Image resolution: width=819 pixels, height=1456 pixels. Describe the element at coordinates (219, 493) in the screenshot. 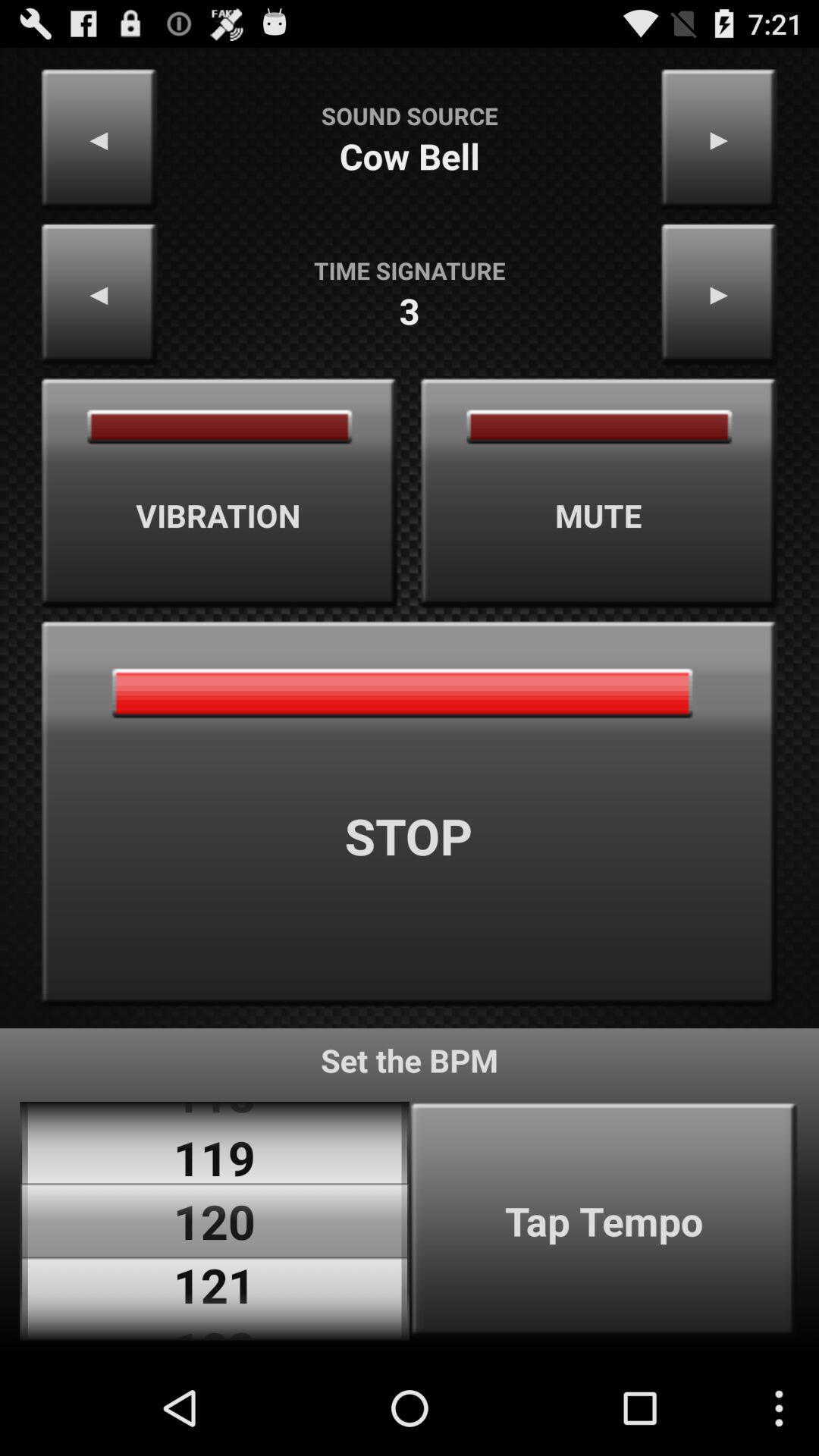

I see `vibration item` at that location.